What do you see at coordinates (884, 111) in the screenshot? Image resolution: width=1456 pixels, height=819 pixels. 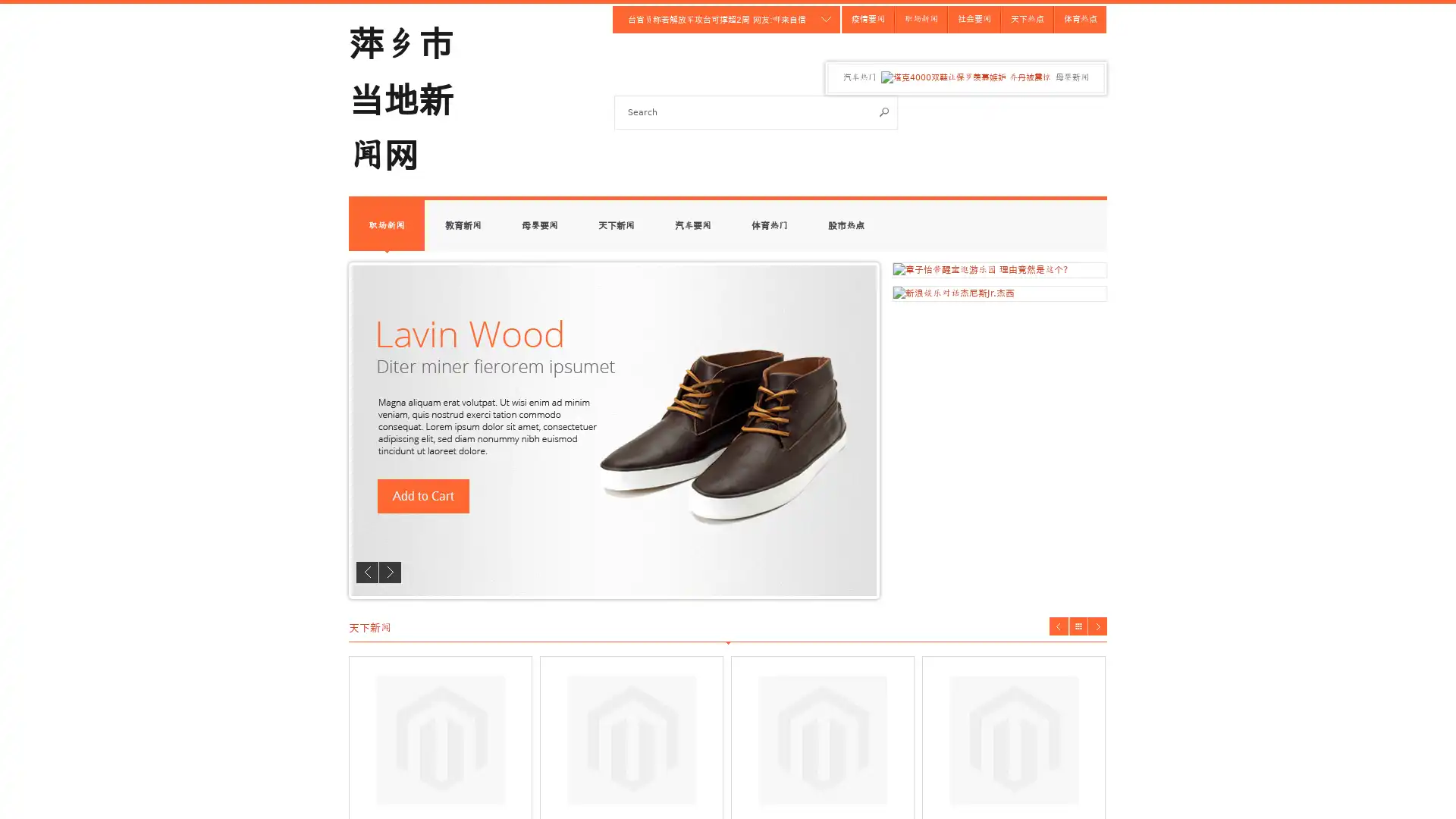 I see `Search` at bounding box center [884, 111].